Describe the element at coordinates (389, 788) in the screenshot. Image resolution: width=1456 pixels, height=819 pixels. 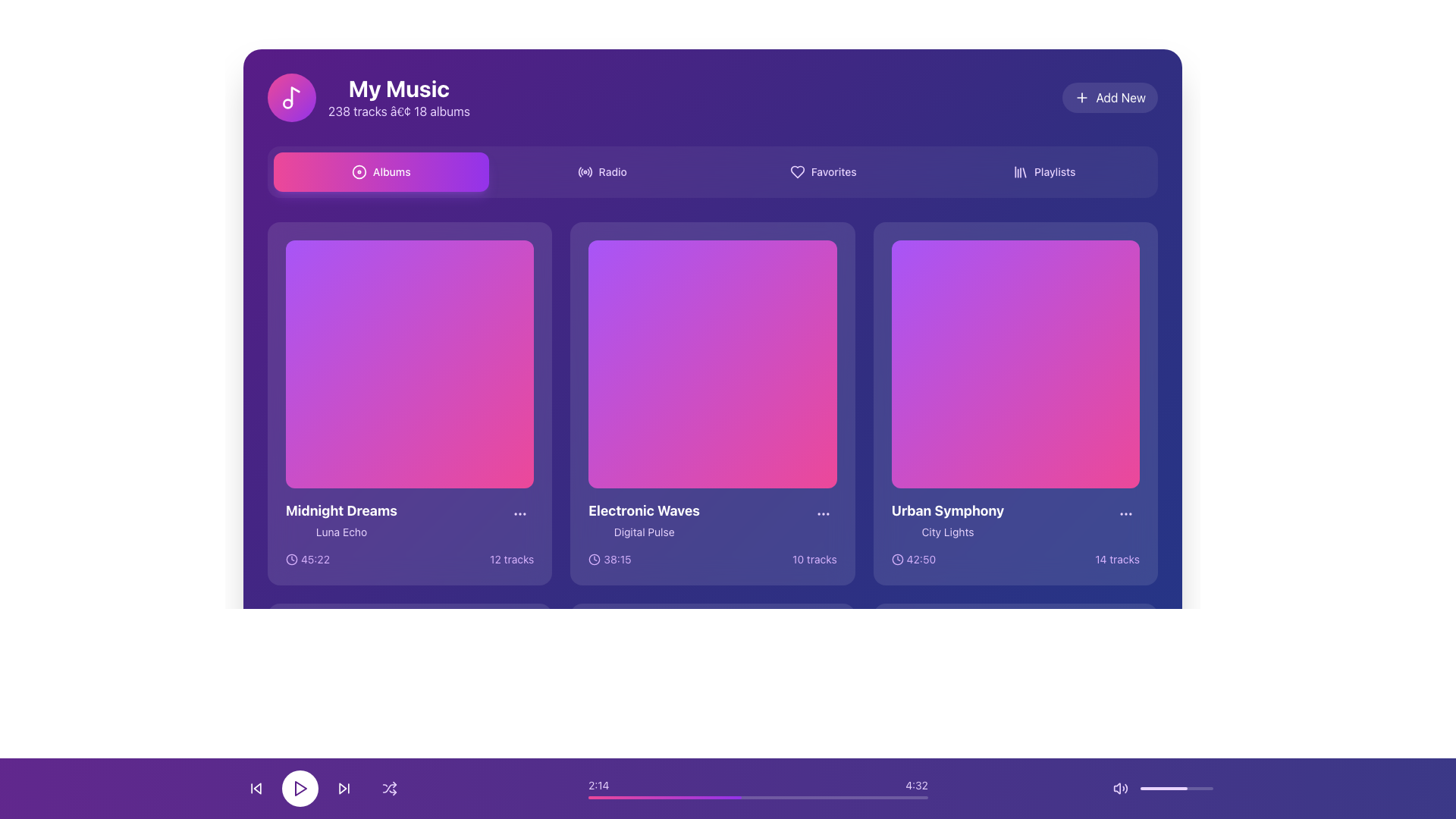
I see `the 'Shuffle' button located at the rightmost position in the row of music controls` at that location.